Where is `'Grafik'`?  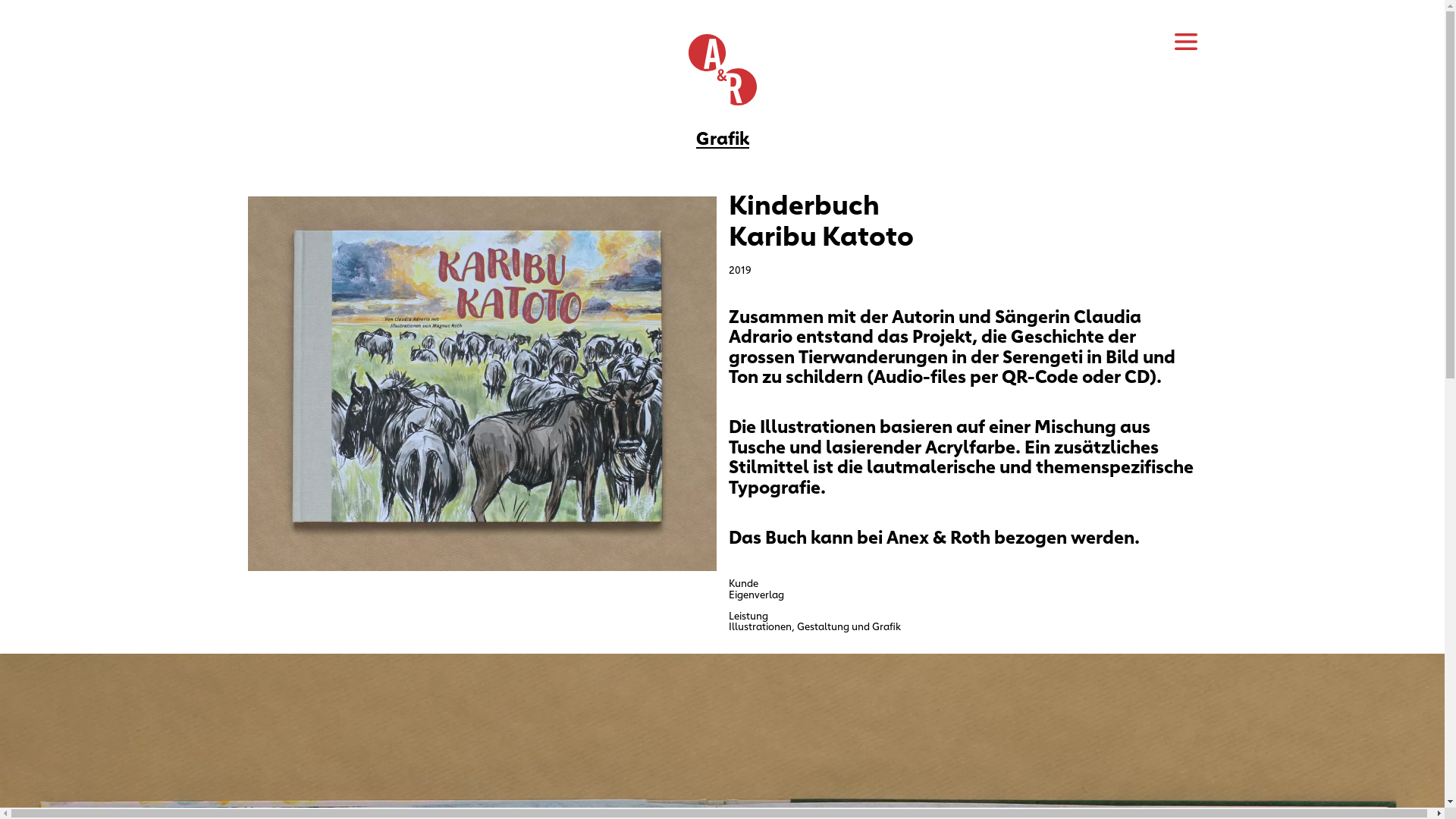
'Grafik' is located at coordinates (722, 136).